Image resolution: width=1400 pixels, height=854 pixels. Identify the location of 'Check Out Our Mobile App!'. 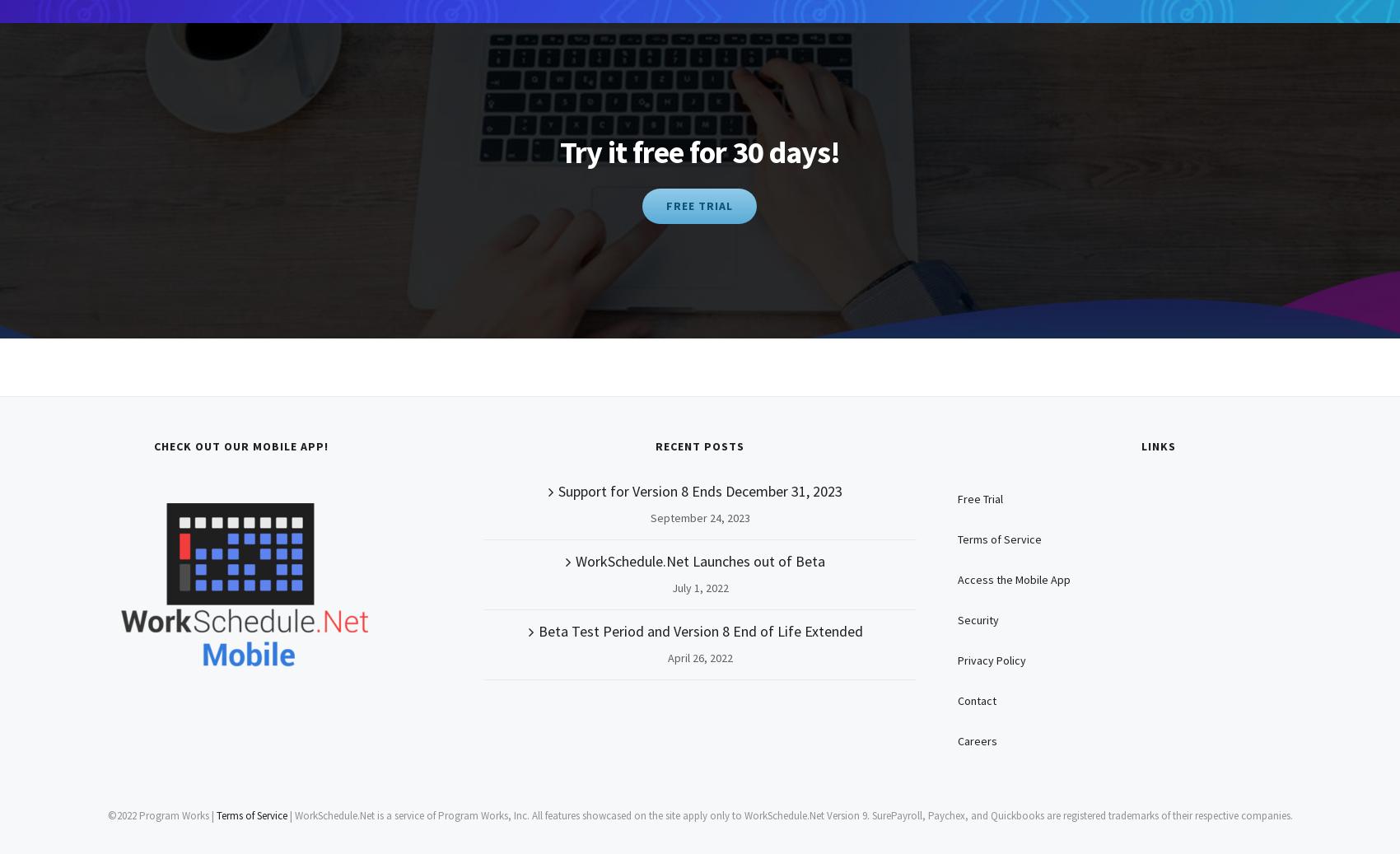
(153, 446).